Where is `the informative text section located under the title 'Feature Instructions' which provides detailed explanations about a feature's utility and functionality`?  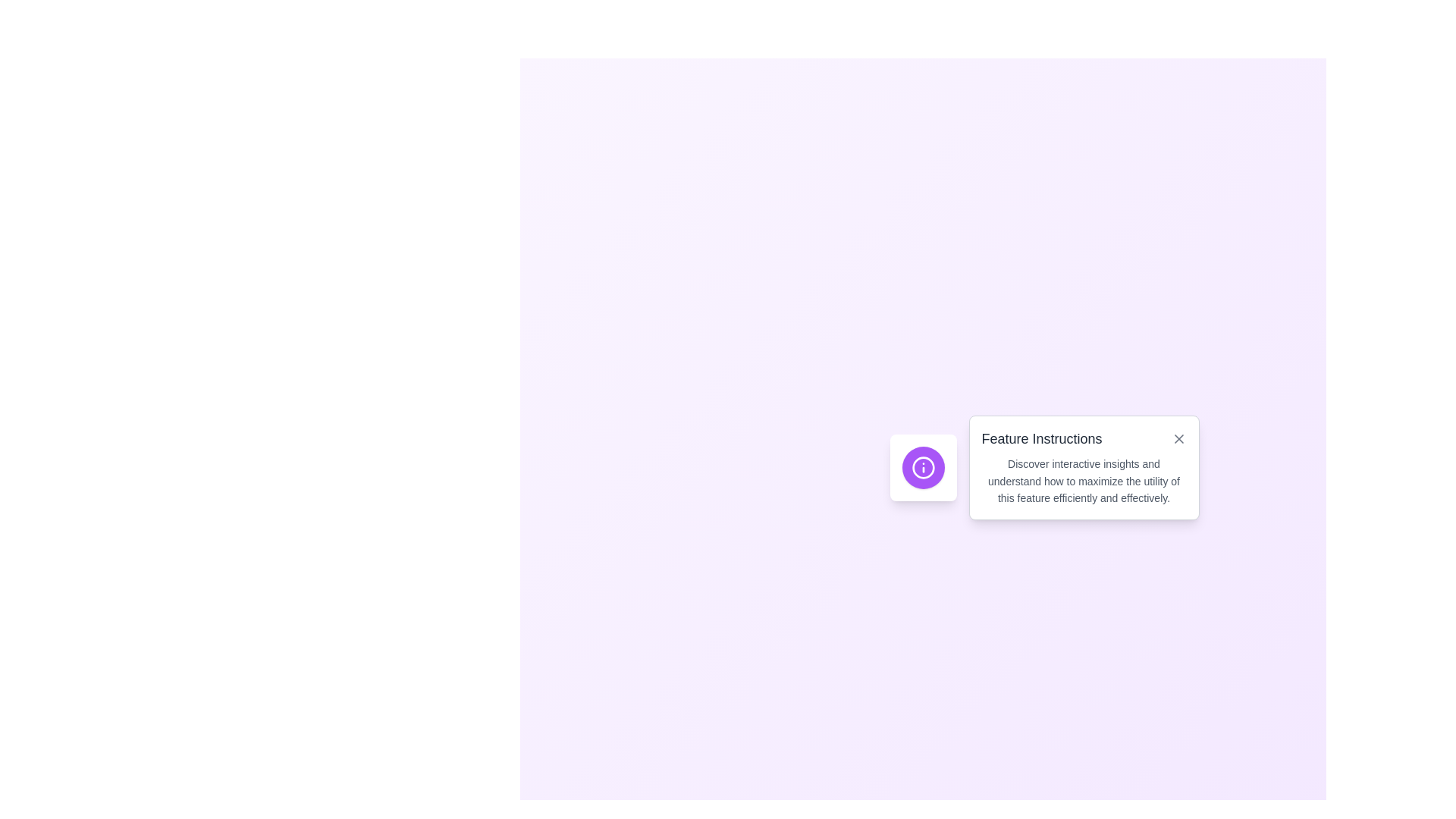 the informative text section located under the title 'Feature Instructions' which provides detailed explanations about a feature's utility and functionality is located at coordinates (1083, 482).